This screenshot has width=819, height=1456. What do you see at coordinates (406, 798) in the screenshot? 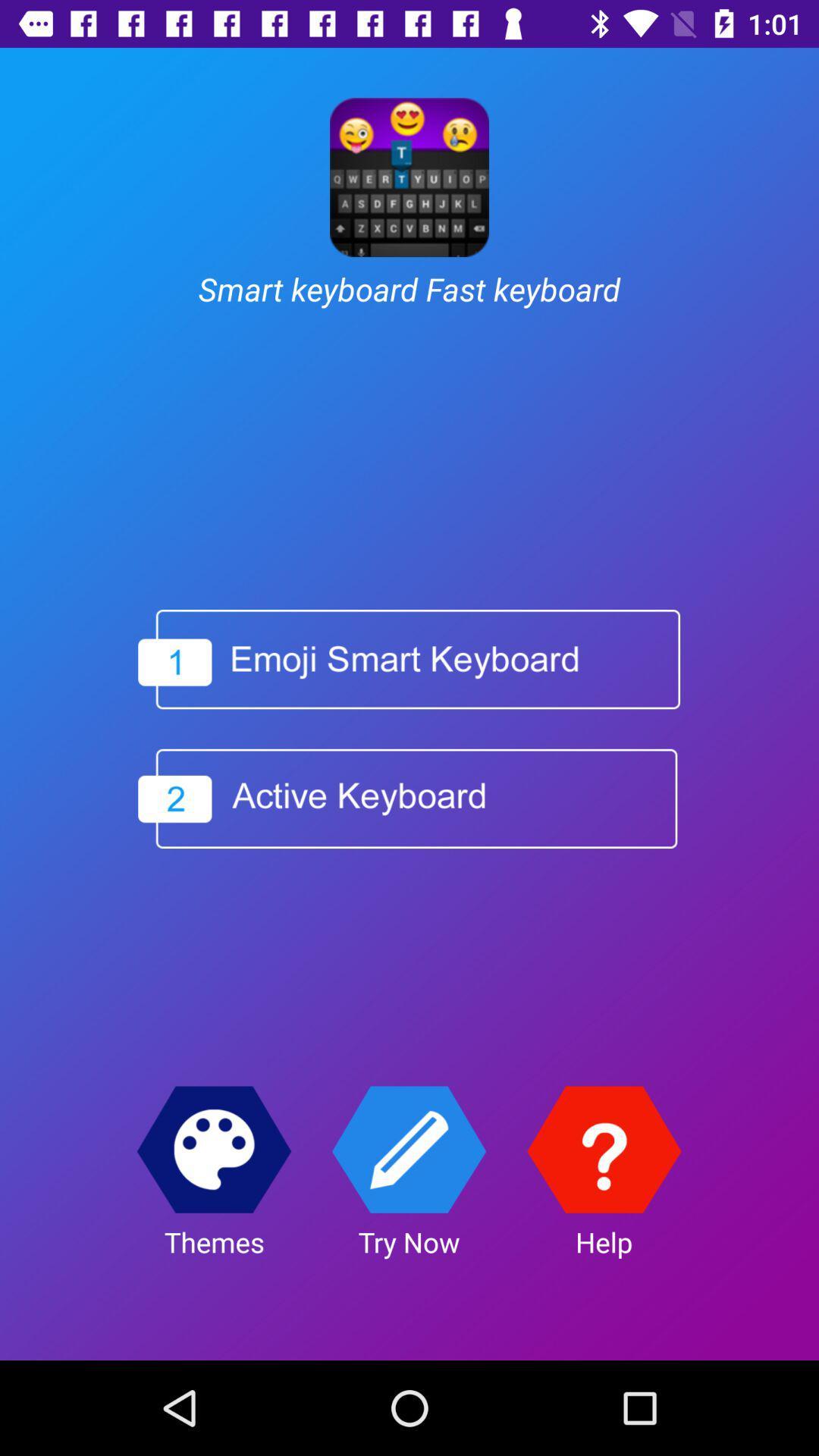
I see `active keyboard` at bounding box center [406, 798].